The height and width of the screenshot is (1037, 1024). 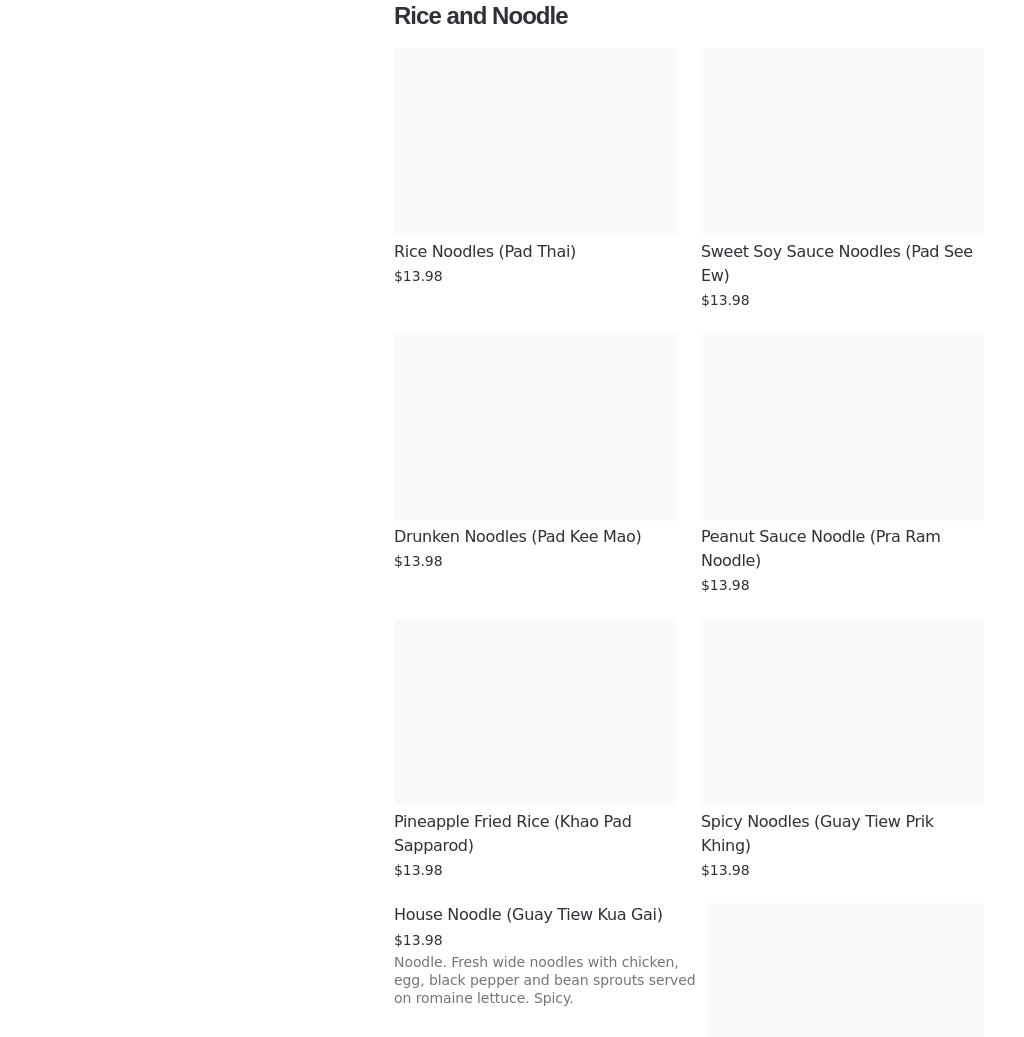 What do you see at coordinates (527, 914) in the screenshot?
I see `'House Noodle (Guay Tiew Kua Gai)'` at bounding box center [527, 914].